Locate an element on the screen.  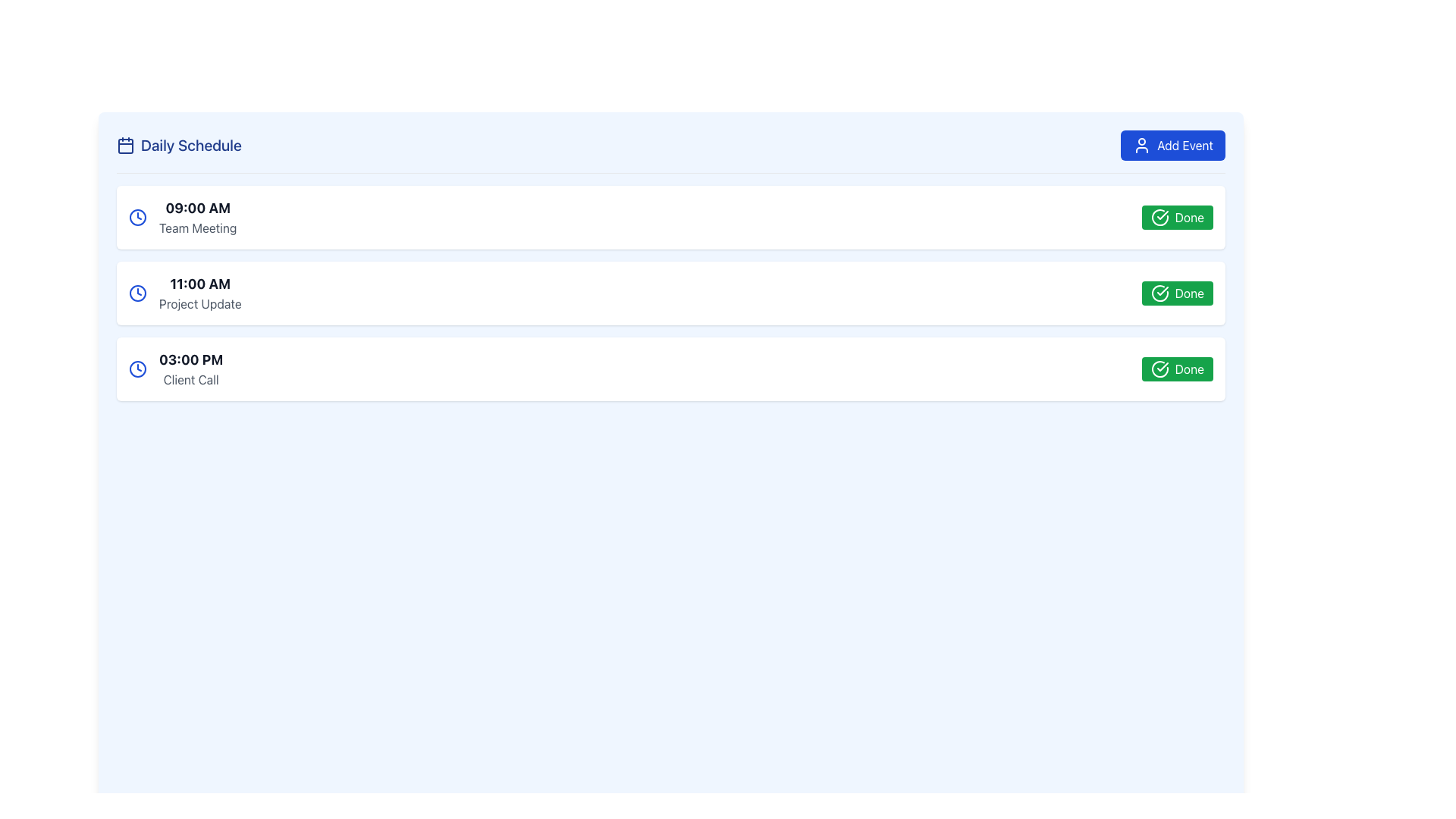
the decorative success icon located to the right of the '11:00 AM Project Update' entry in the daily schedule's middle-level event item is located at coordinates (1162, 291).